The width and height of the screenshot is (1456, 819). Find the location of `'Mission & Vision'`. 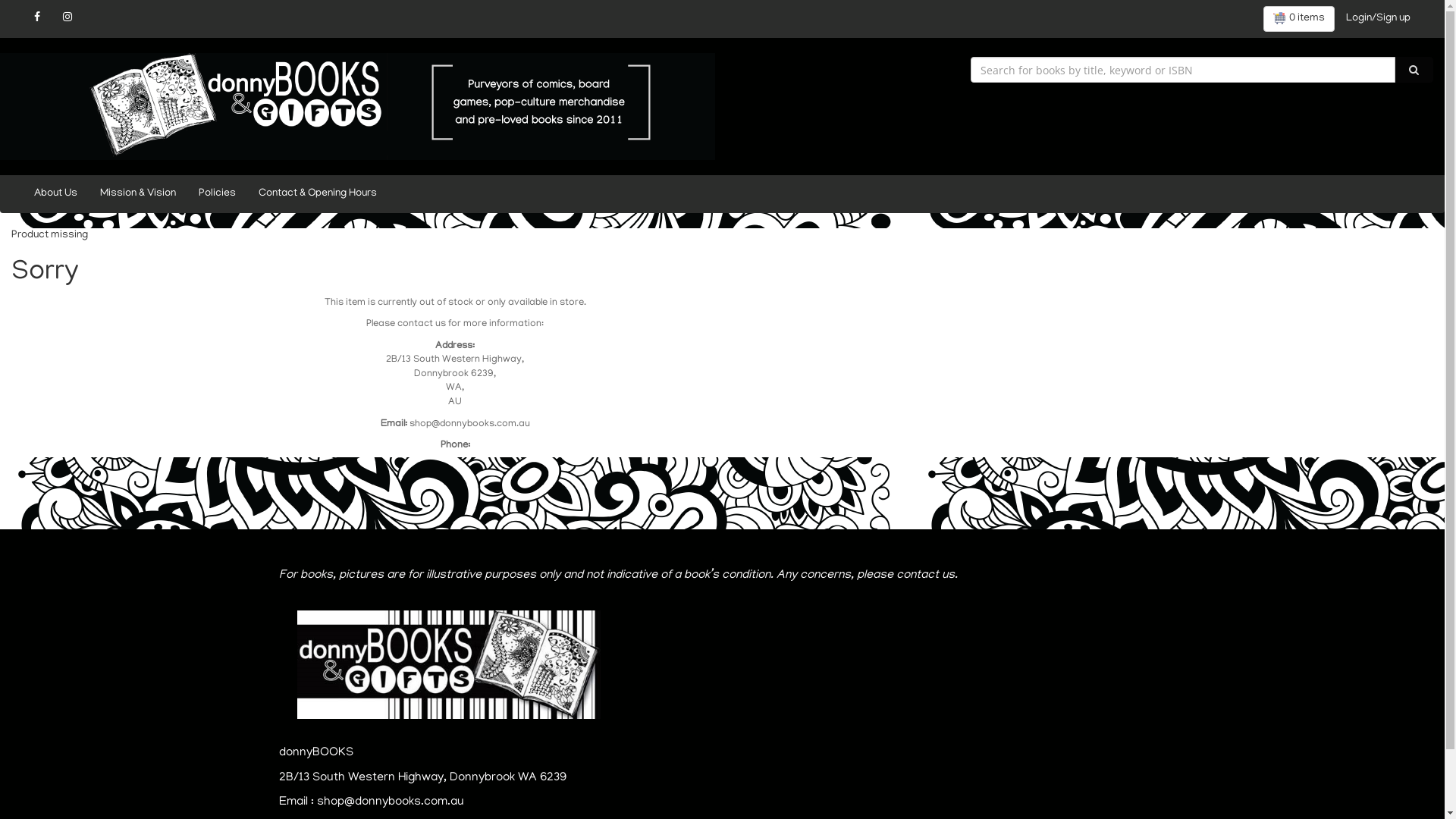

'Mission & Vision' is located at coordinates (87, 193).